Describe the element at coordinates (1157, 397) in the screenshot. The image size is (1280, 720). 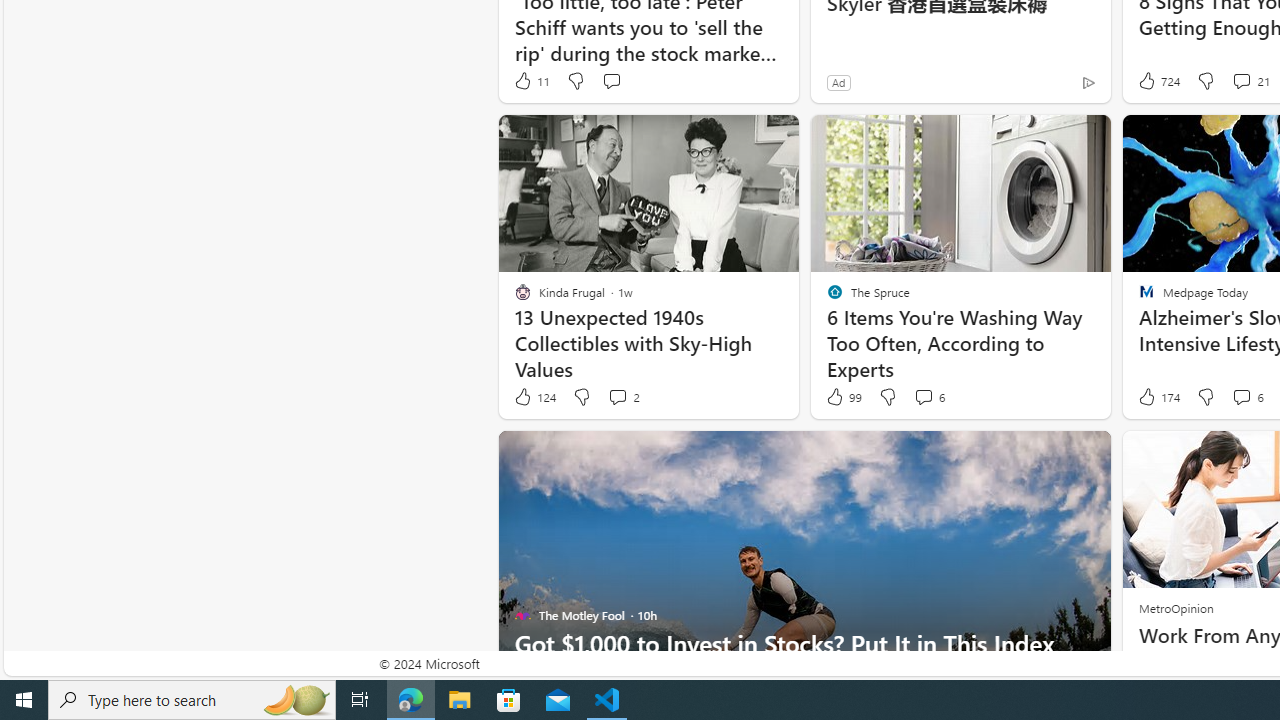
I see `'174 Like'` at that location.